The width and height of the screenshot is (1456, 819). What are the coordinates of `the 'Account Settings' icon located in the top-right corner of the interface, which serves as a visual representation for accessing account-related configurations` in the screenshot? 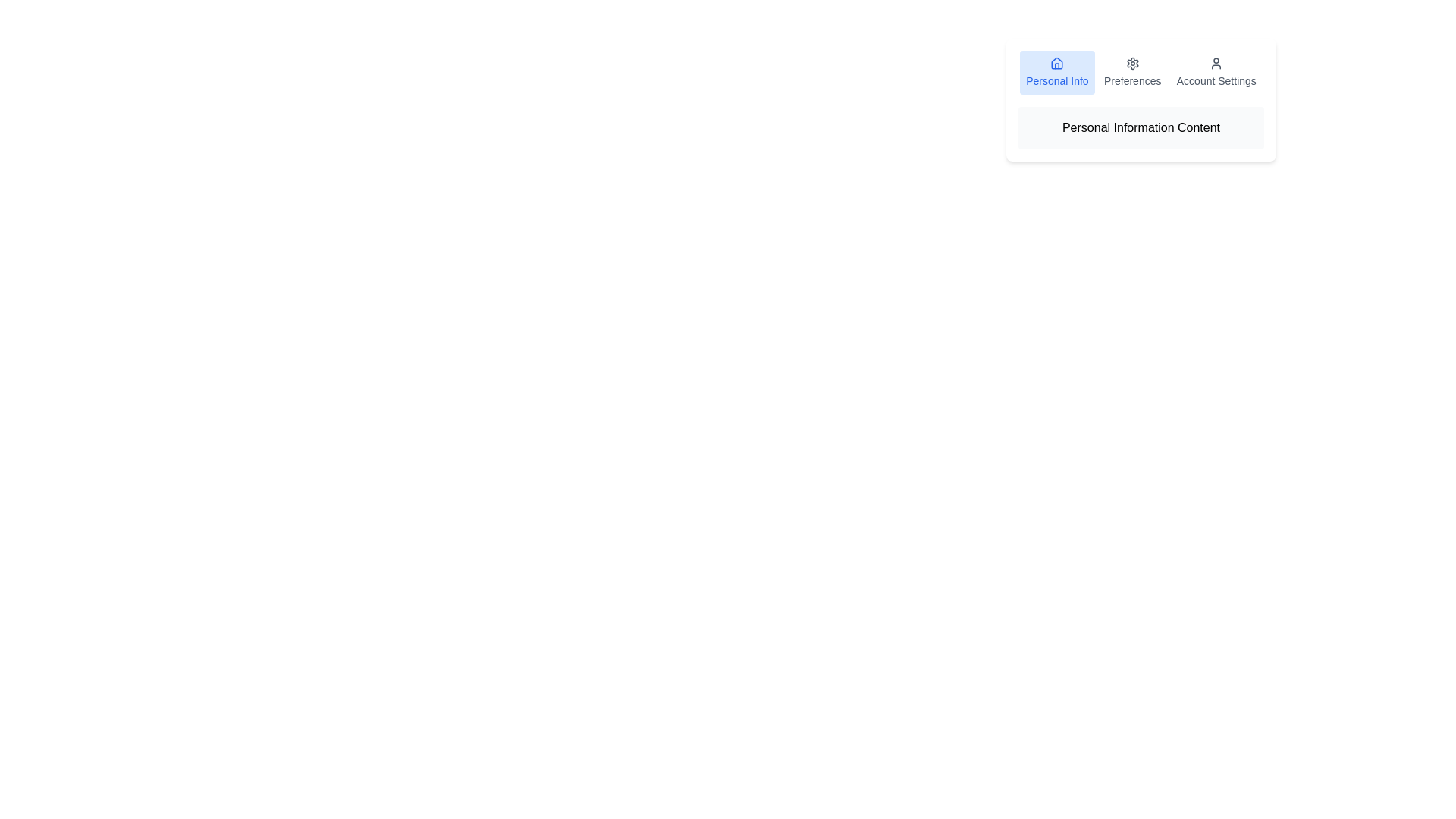 It's located at (1216, 63).